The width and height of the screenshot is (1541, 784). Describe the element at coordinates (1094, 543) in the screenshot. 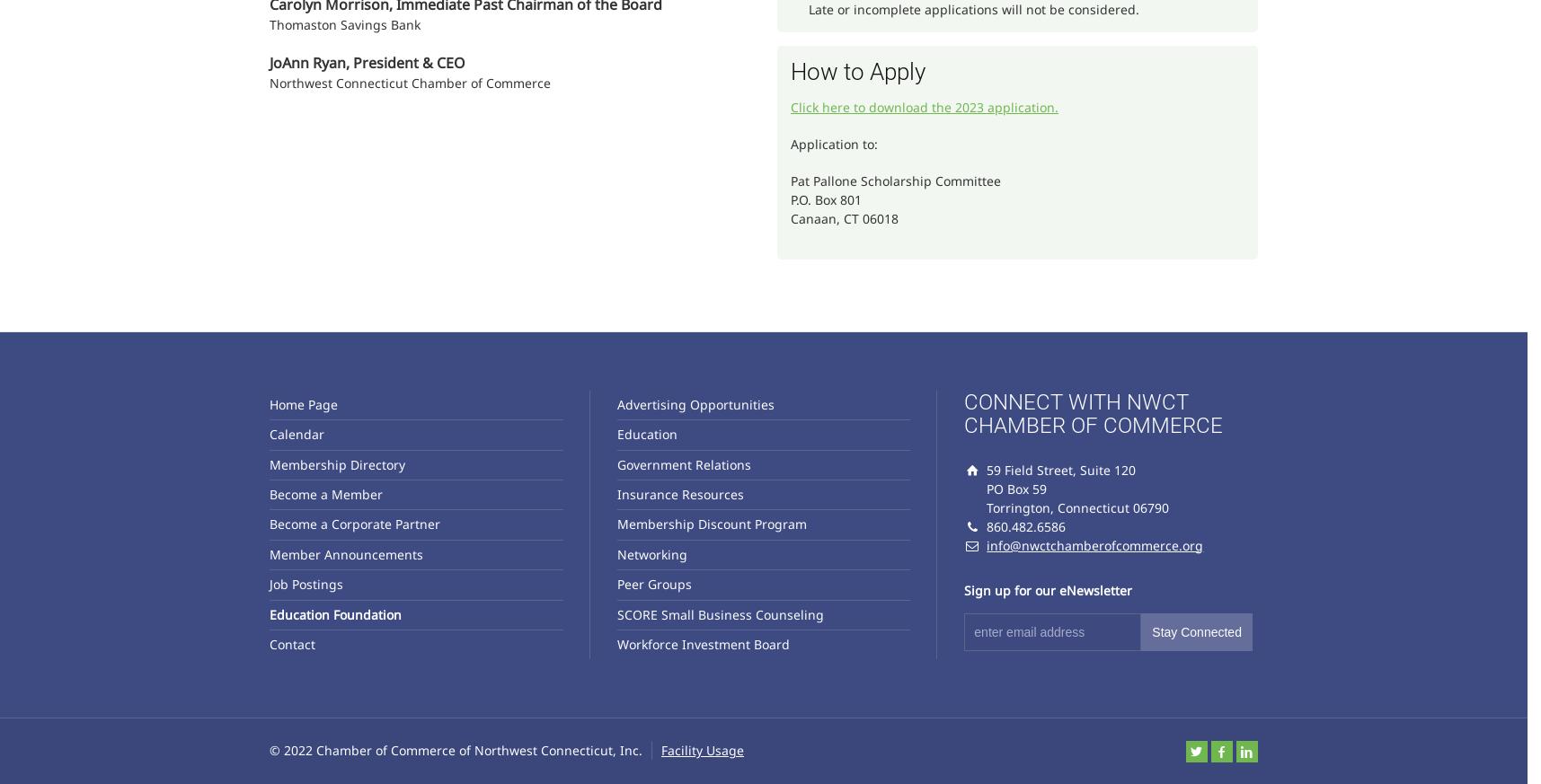

I see `'info@nwctchamberofcommerce.org'` at that location.